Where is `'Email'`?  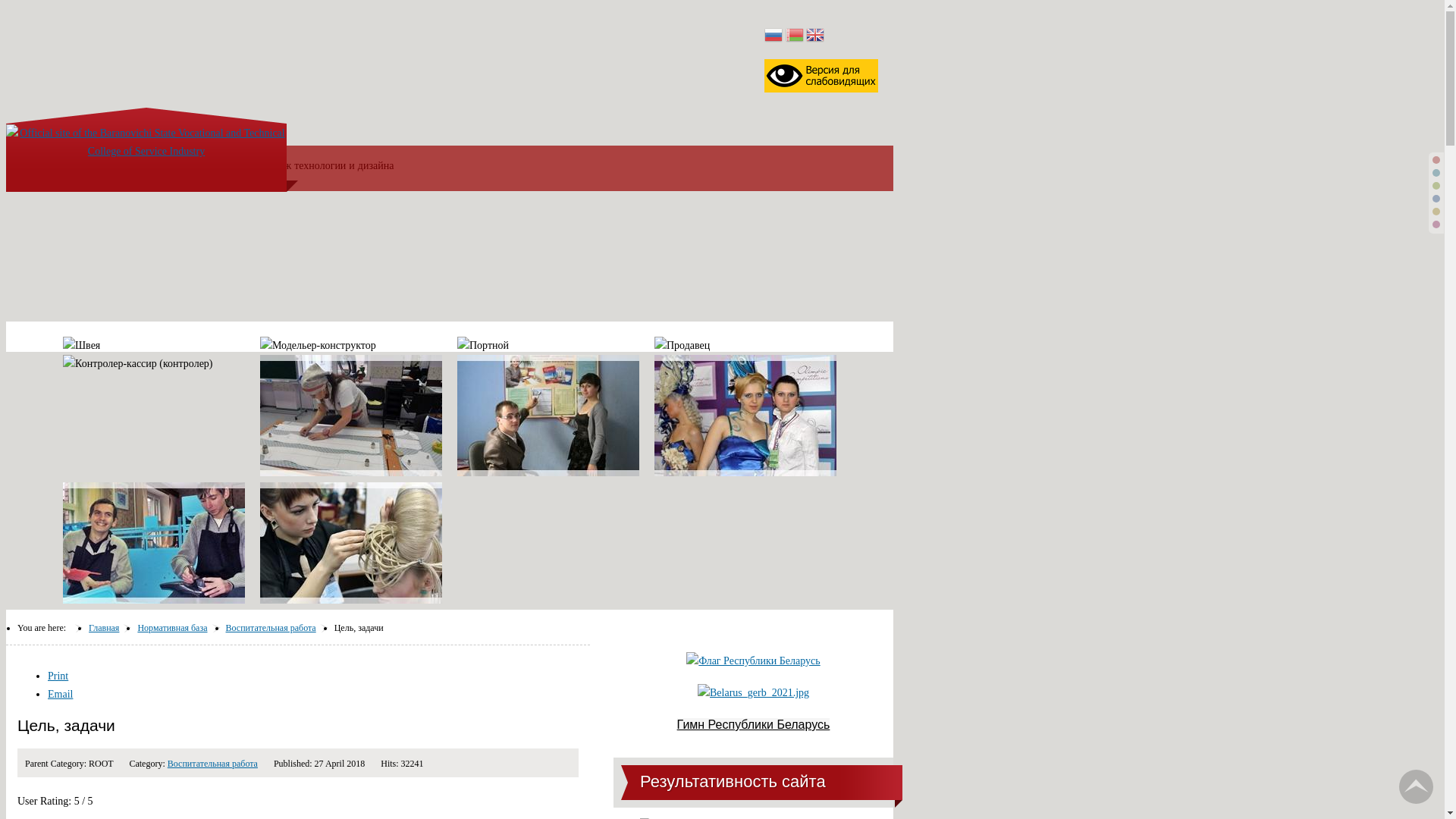
'Email' is located at coordinates (47, 694).